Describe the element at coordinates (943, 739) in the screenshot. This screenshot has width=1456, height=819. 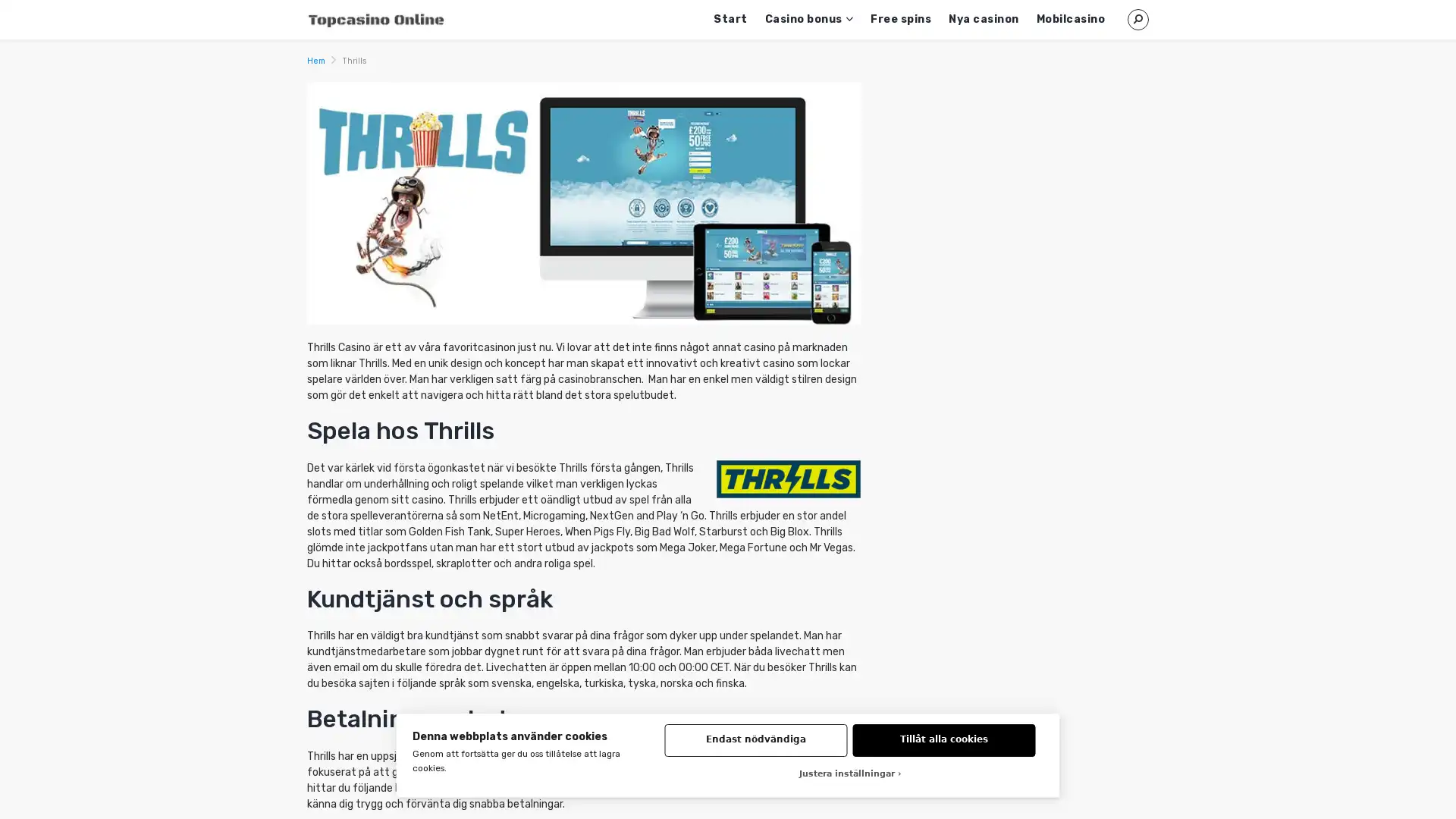
I see `Tillat alla cookies` at that location.